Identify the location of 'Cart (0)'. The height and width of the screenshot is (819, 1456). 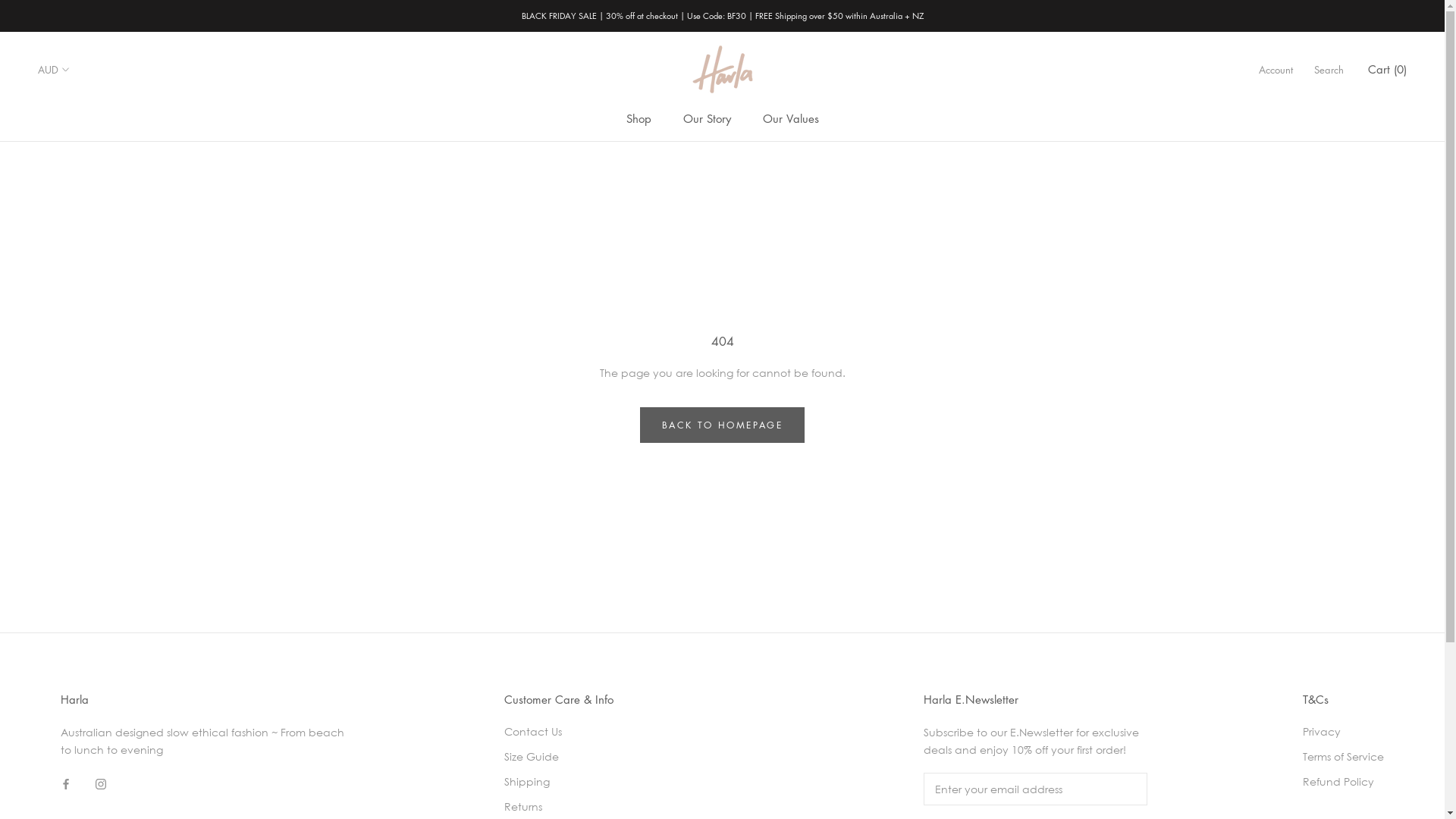
(1387, 69).